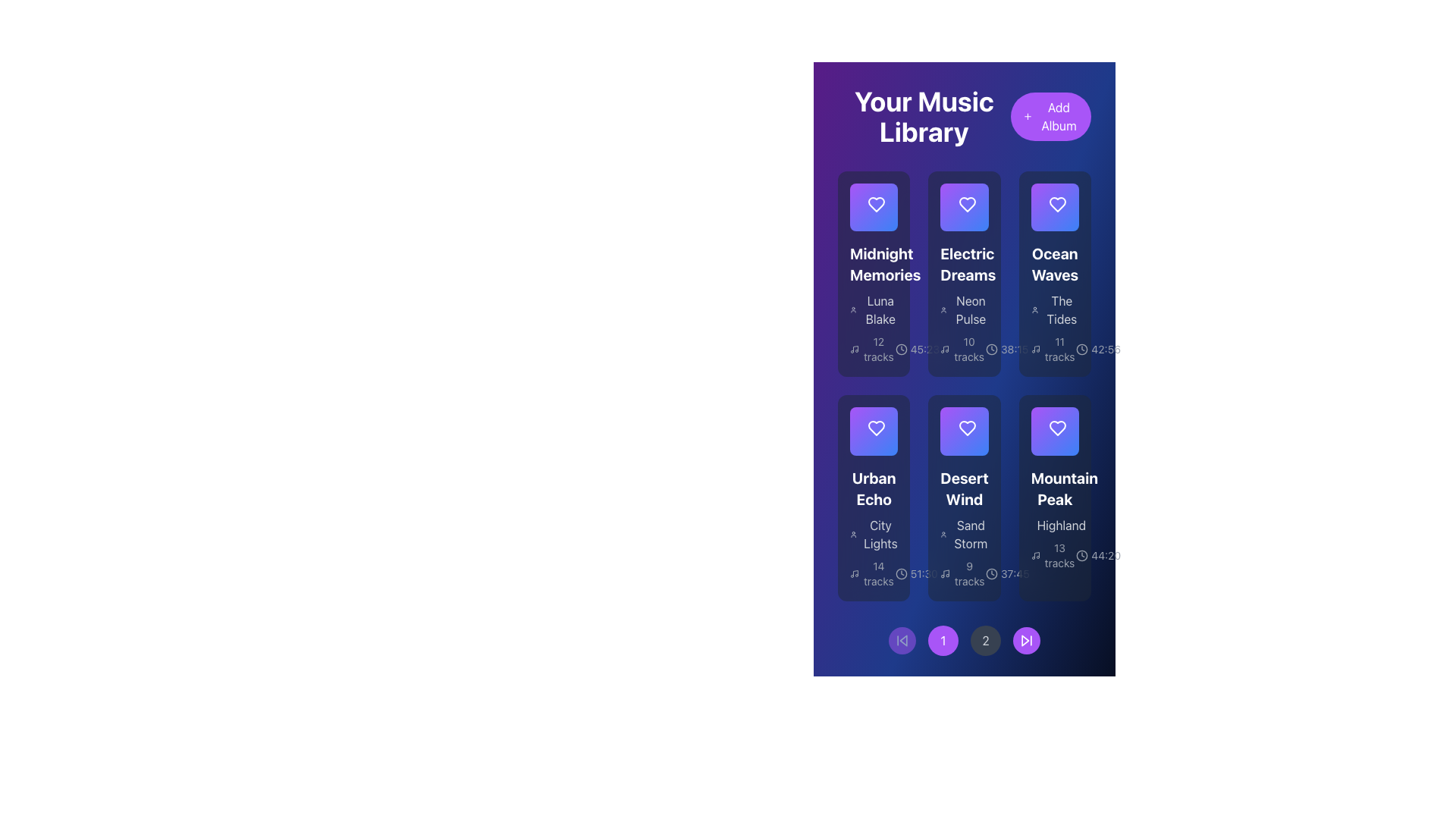 The image size is (1456, 819). I want to click on text displayed in the Text label showing '37:45', which is styled in white against a dark background in the bottom-right corner of the 'Desert Wind' card, so click(1015, 573).